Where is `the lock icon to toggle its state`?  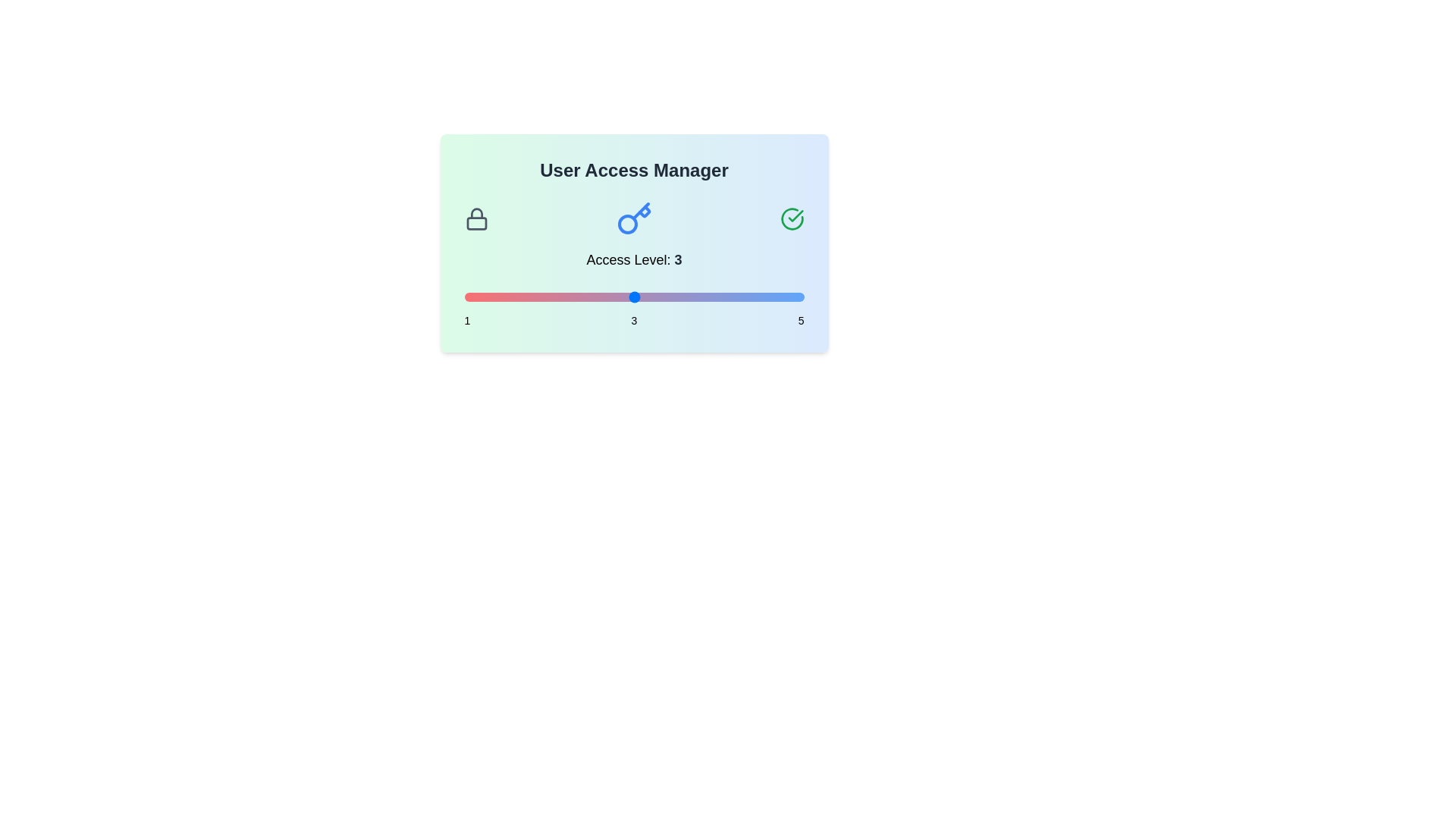
the lock icon to toggle its state is located at coordinates (475, 219).